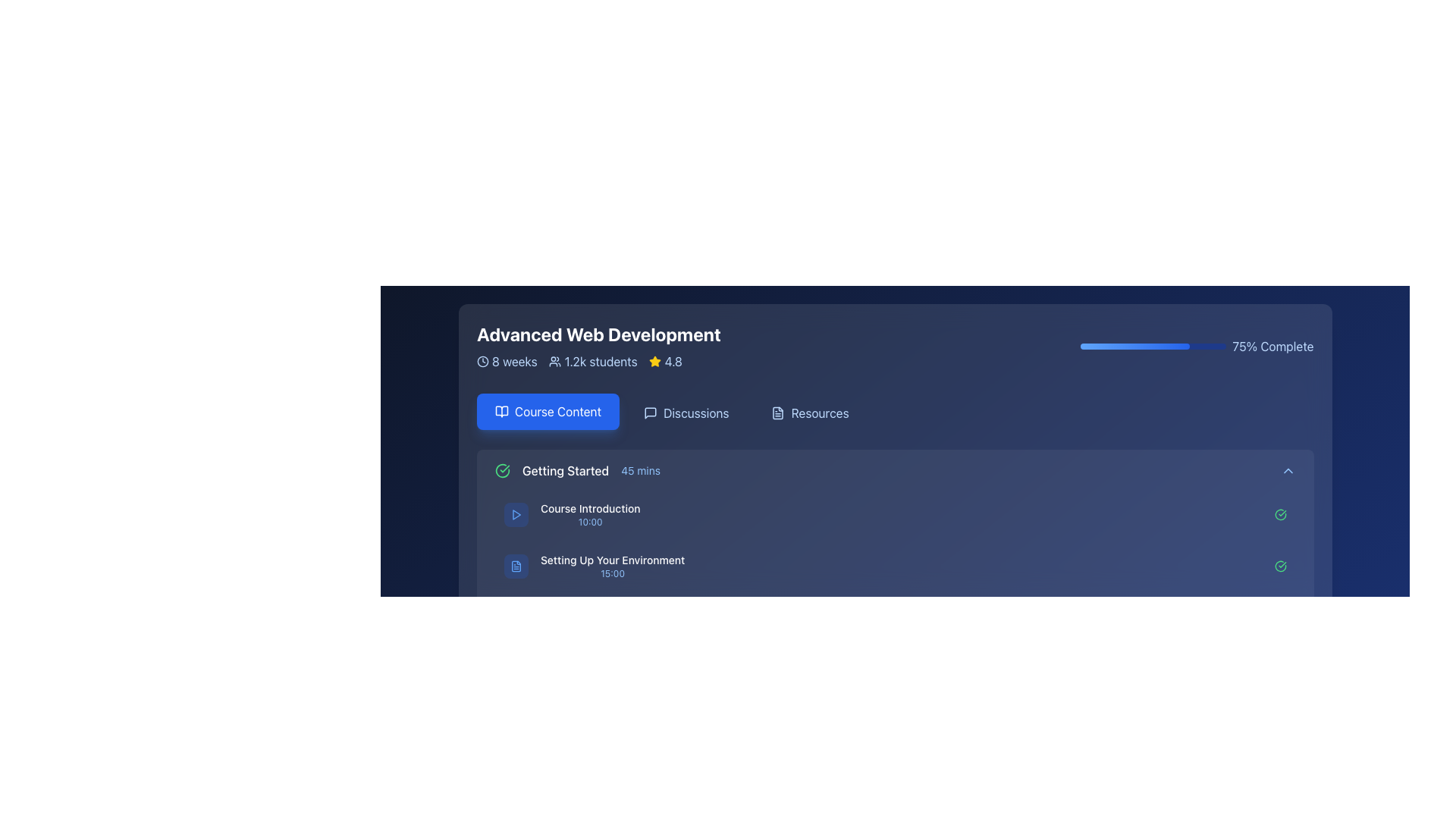  What do you see at coordinates (507, 362) in the screenshot?
I see `the informational label displaying '8 weeks' which indicates the estimated duration for the associated content, located in the top section of the card layout` at bounding box center [507, 362].